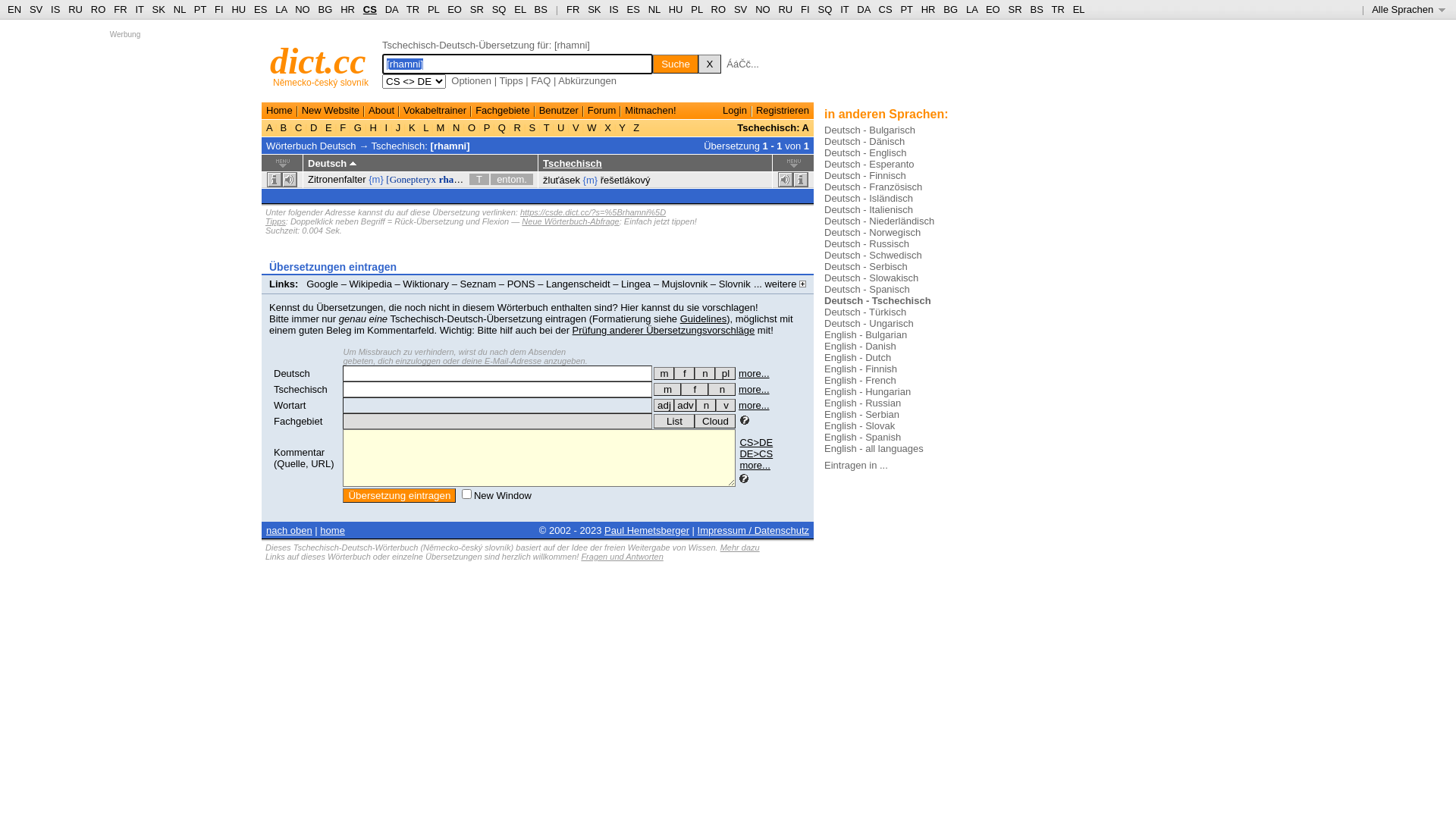  I want to click on 'A', so click(270, 127).